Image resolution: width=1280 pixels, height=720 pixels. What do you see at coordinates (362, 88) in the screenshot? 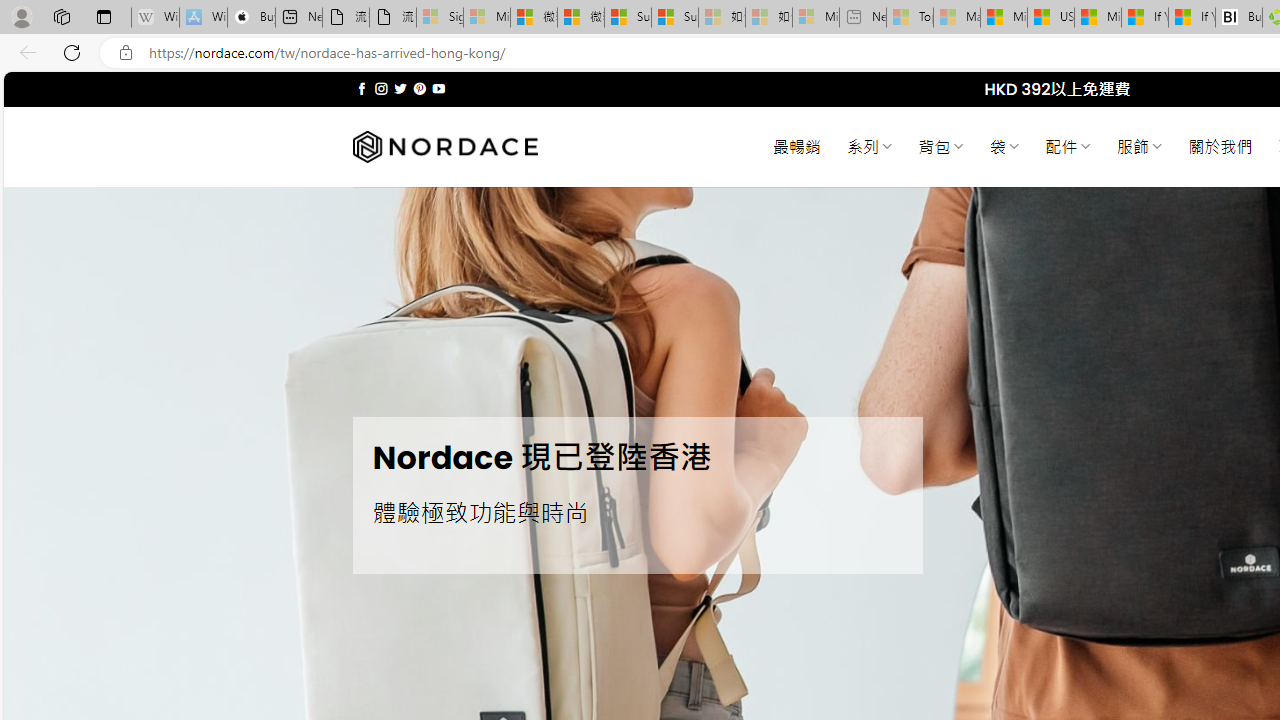
I see `'Follow on Facebook'` at bounding box center [362, 88].